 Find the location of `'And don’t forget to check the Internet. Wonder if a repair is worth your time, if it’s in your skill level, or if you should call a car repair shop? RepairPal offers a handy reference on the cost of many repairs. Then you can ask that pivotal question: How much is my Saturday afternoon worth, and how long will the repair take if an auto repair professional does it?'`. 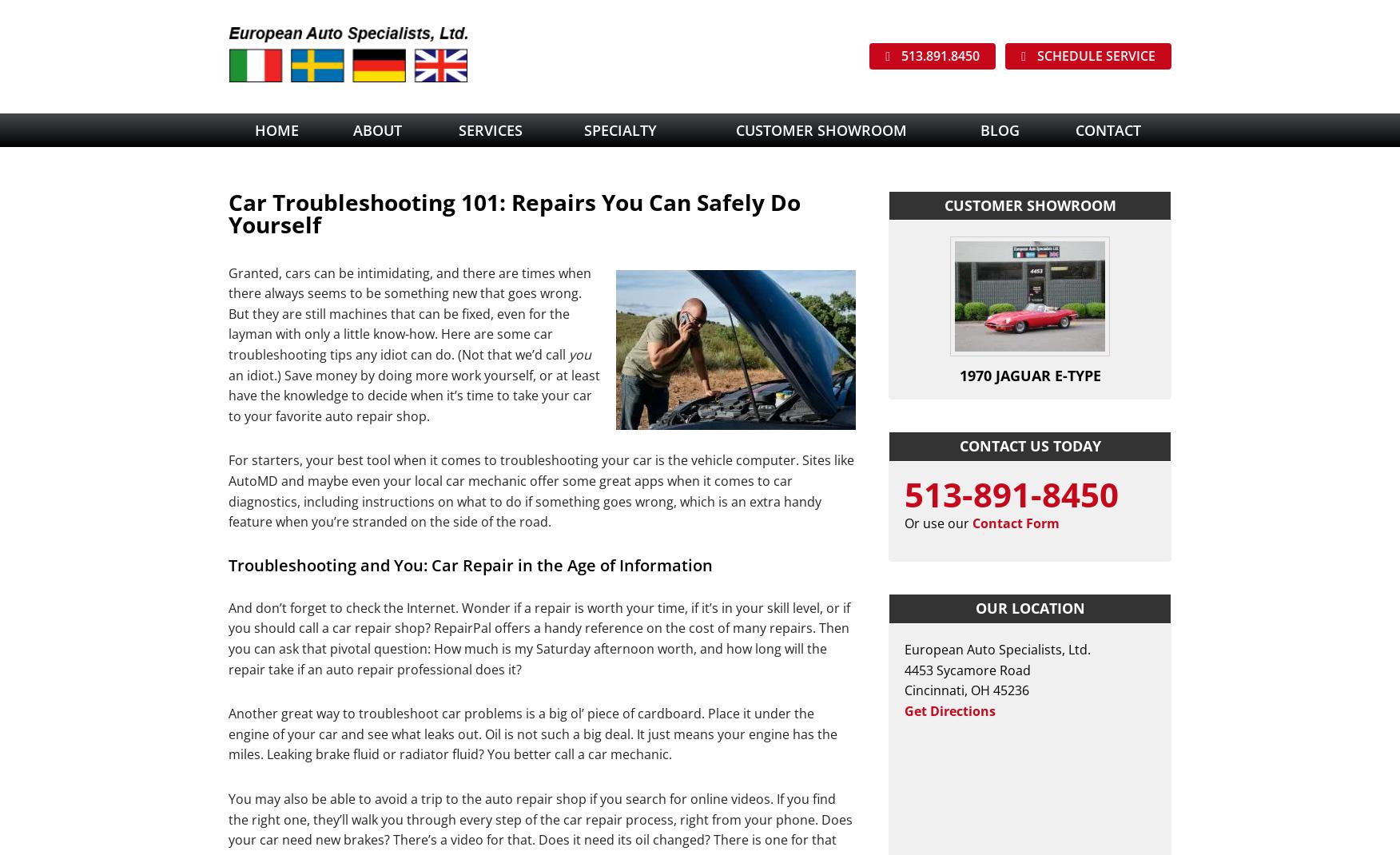

'And don’t forget to check the Internet. Wonder if a repair is worth your time, if it’s in your skill level, or if you should call a car repair shop? RepairPal offers a handy reference on the cost of many repairs. Then you can ask that pivotal question: How much is my Saturday afternoon worth, and how long will the repair take if an auto repair professional does it?' is located at coordinates (539, 637).